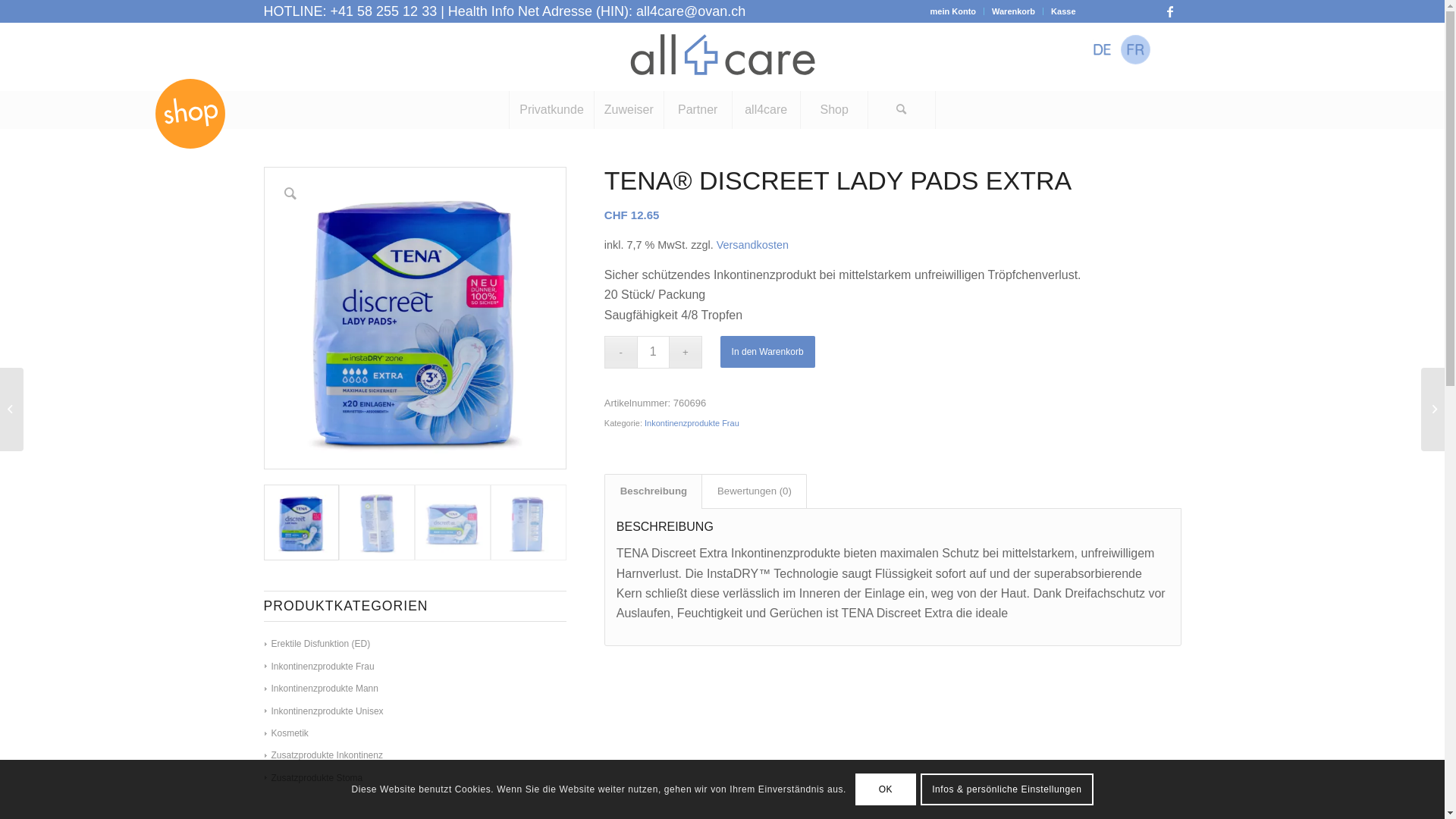 Image resolution: width=1456 pixels, height=819 pixels. Describe the element at coordinates (885, 789) in the screenshot. I see `'OK'` at that location.